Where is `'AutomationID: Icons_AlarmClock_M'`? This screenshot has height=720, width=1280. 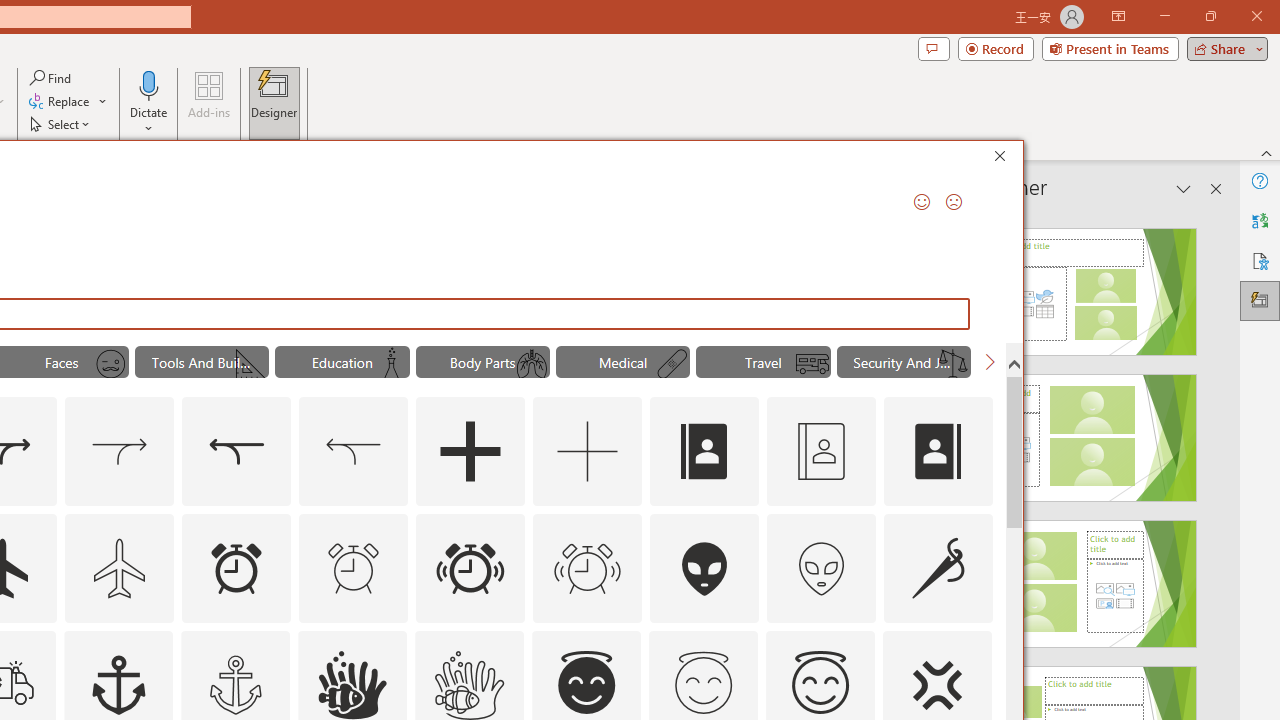 'AutomationID: Icons_AlarmClock_M' is located at coordinates (353, 568).